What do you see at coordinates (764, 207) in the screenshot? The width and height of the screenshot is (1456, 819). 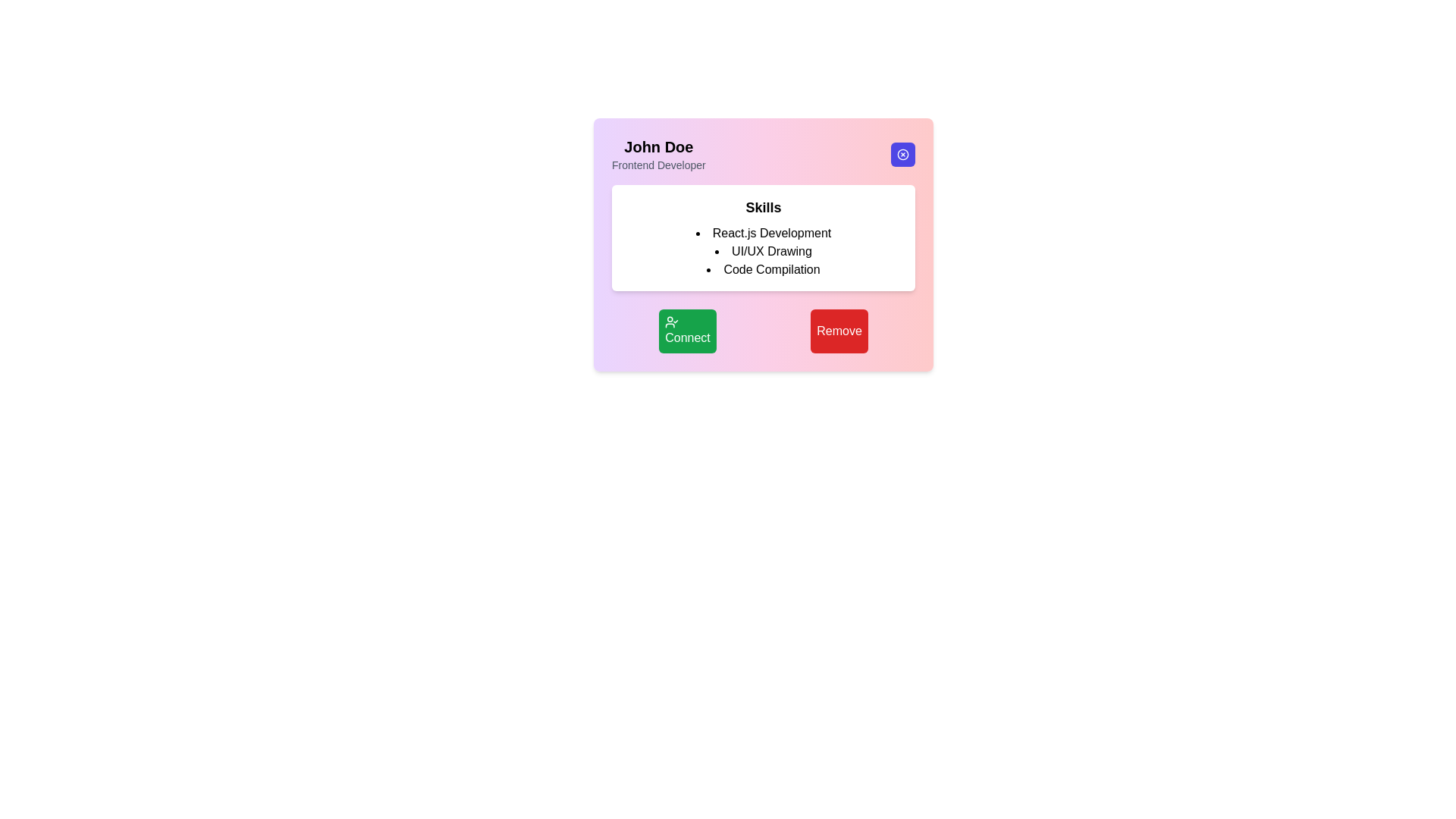 I see `the Text label that serves as a section title for the skills list, located at the top of a white rectangular box` at bounding box center [764, 207].